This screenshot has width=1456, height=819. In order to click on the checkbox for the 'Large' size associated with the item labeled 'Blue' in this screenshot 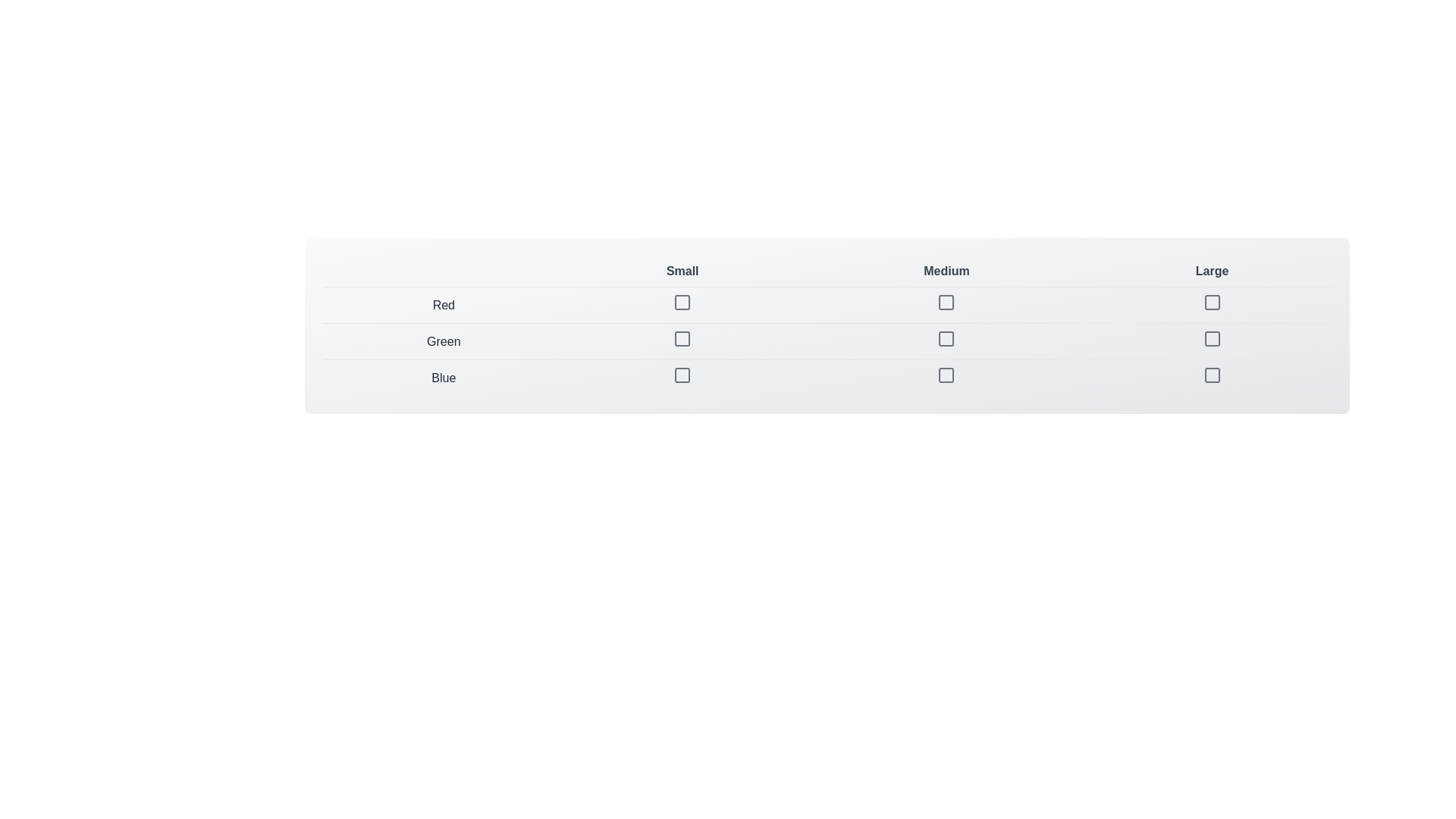, I will do `click(1211, 377)`.